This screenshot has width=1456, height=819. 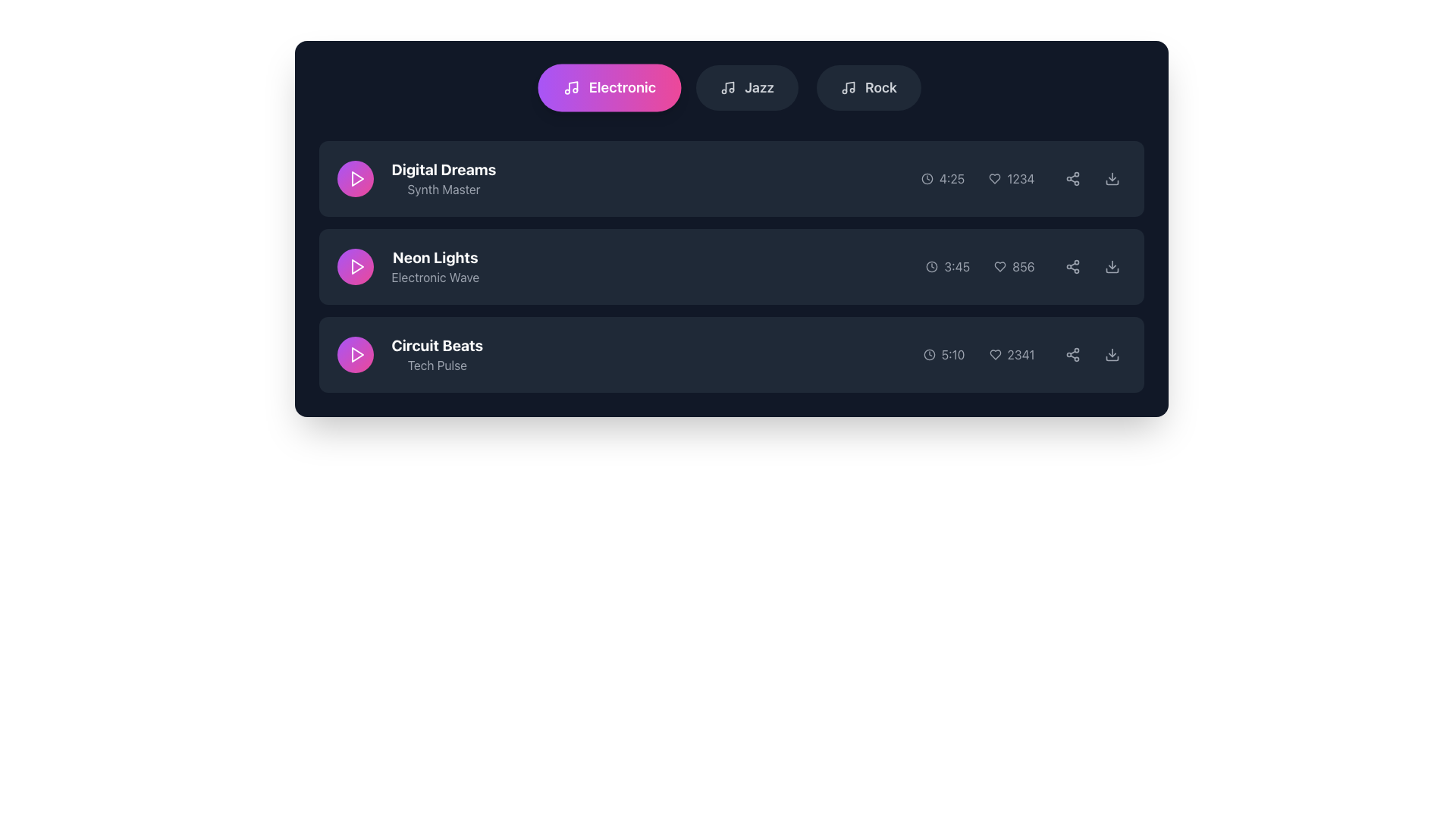 What do you see at coordinates (408, 265) in the screenshot?
I see `the text block element titled 'Neon Lights' with subtitle 'Electronic Wave' located in the second item of the list of tracks in the 'Electronic' category` at bounding box center [408, 265].